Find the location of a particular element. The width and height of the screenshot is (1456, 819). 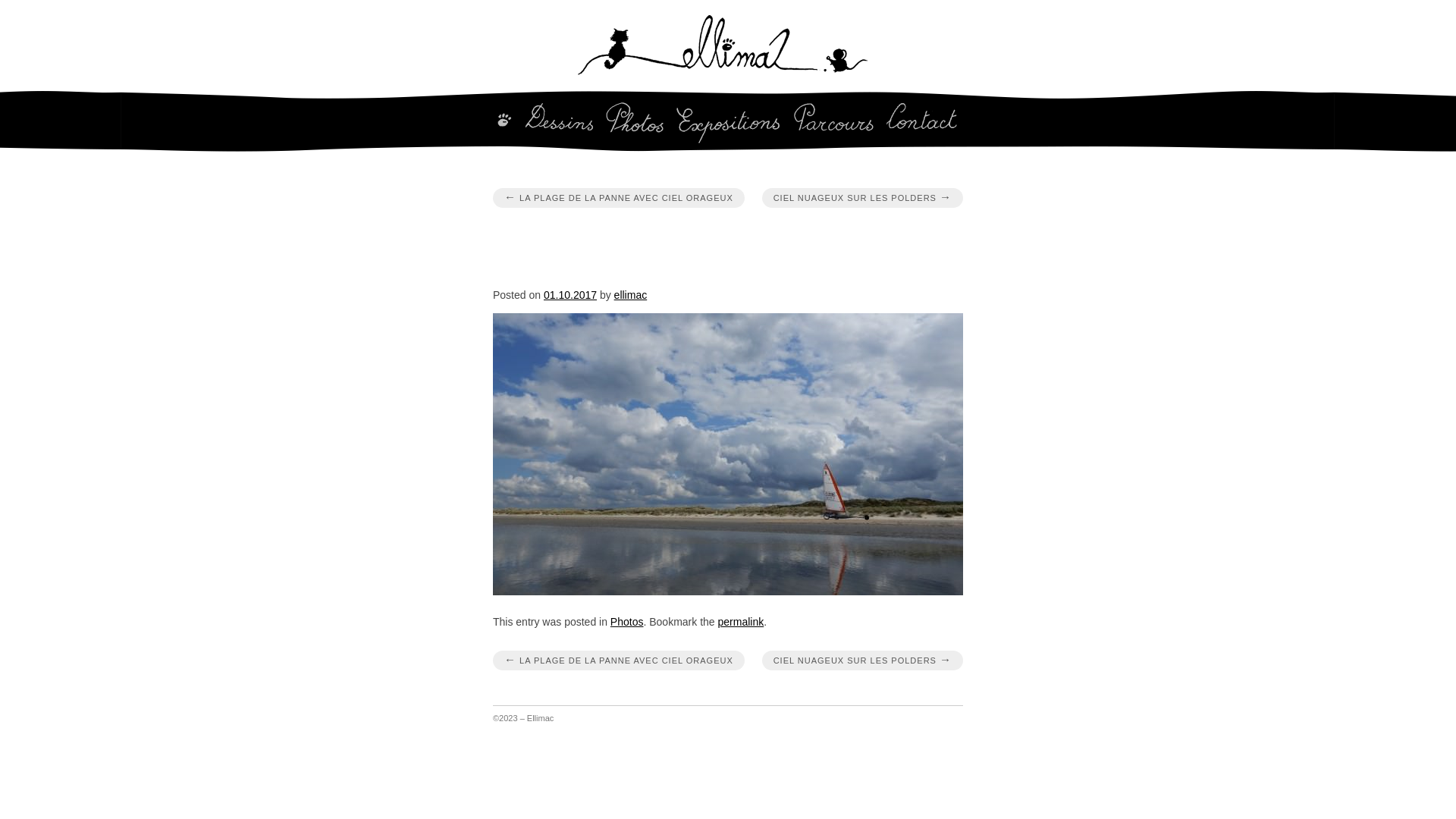

'ellimac' is located at coordinates (630, 295).